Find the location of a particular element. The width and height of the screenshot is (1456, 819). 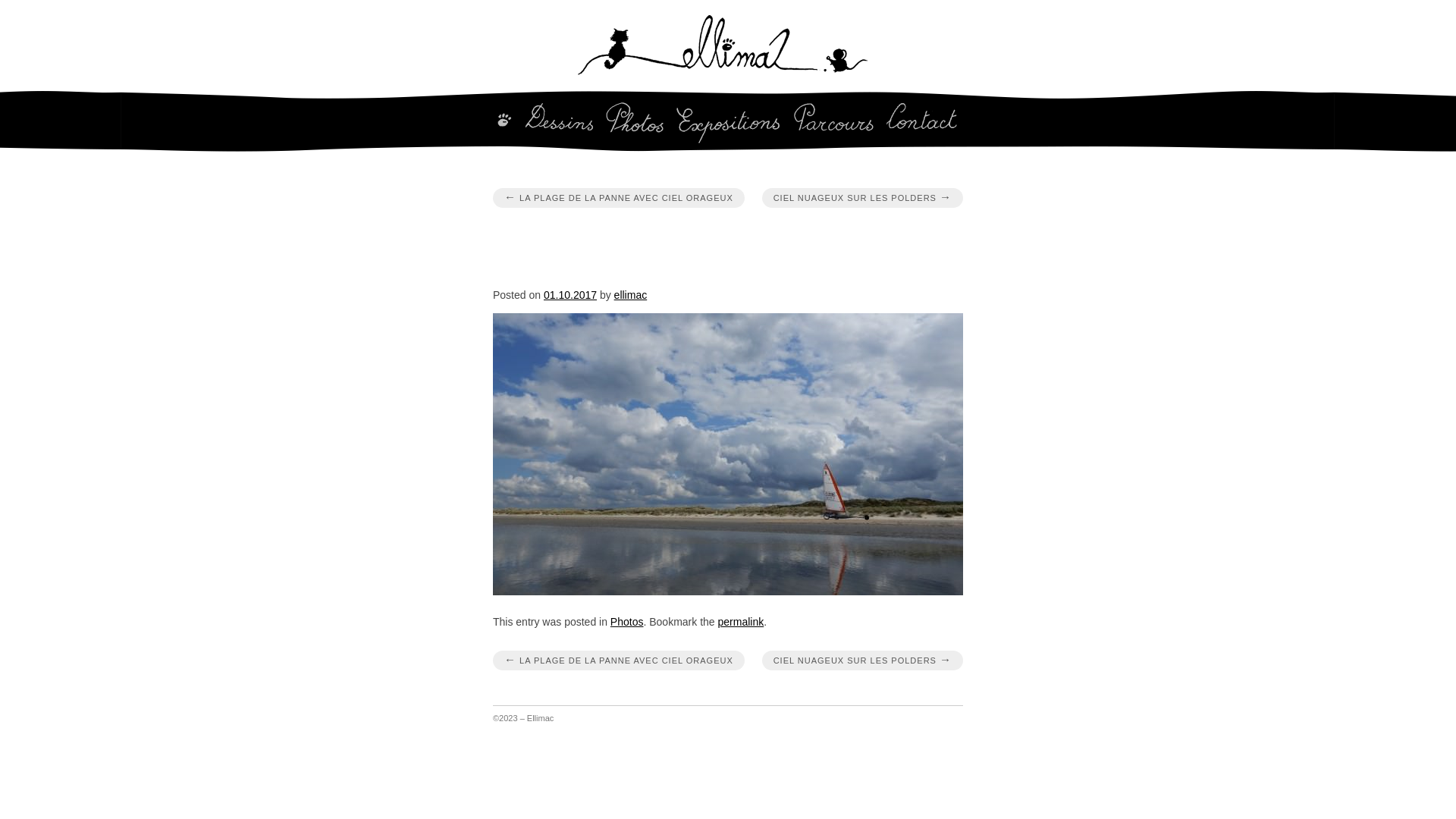

'ellimac' is located at coordinates (630, 295).